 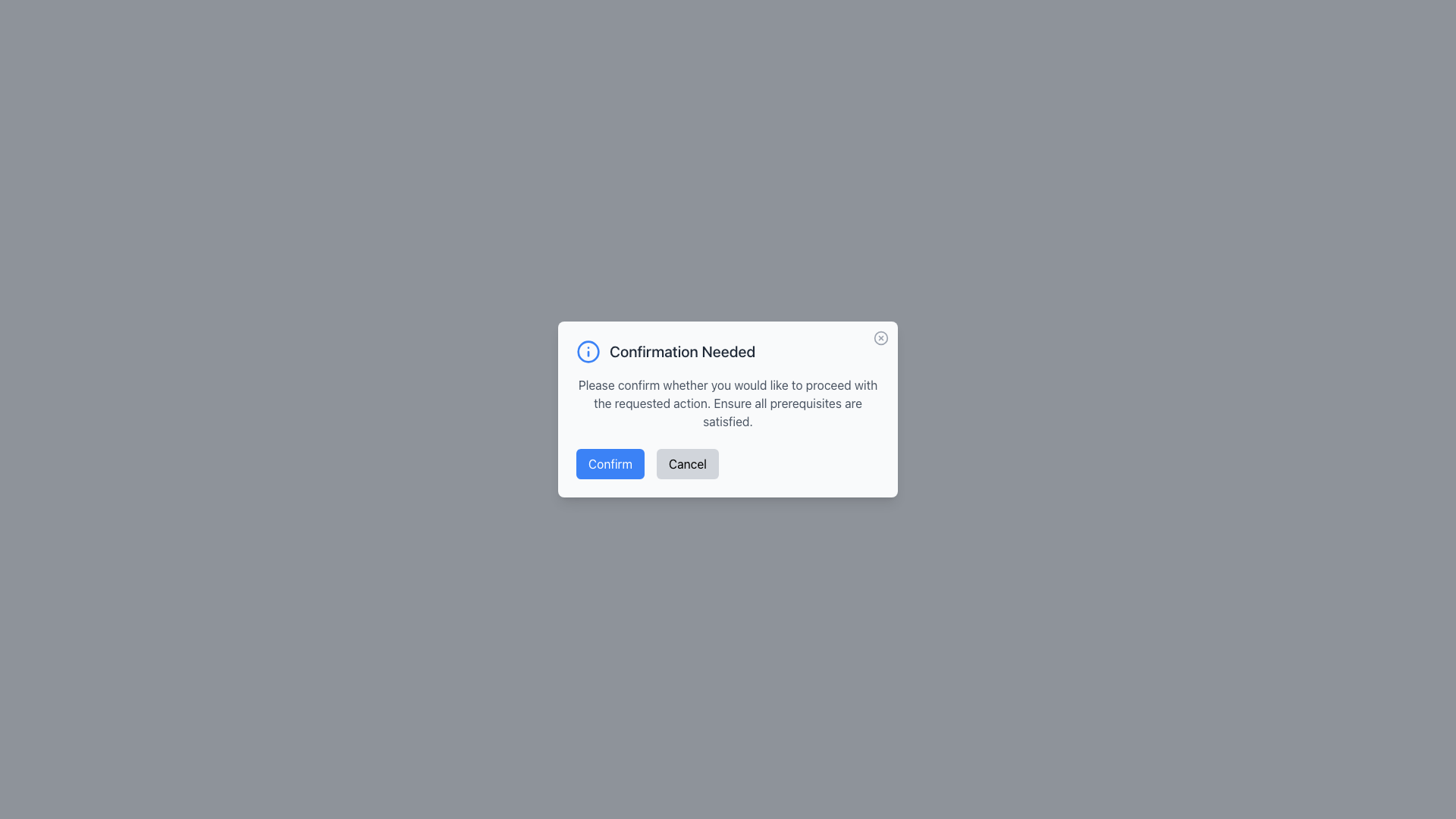 What do you see at coordinates (880, 337) in the screenshot?
I see `the close icon button located in the top-right corner of the dialog box titled 'Confirmation Needed'` at bounding box center [880, 337].